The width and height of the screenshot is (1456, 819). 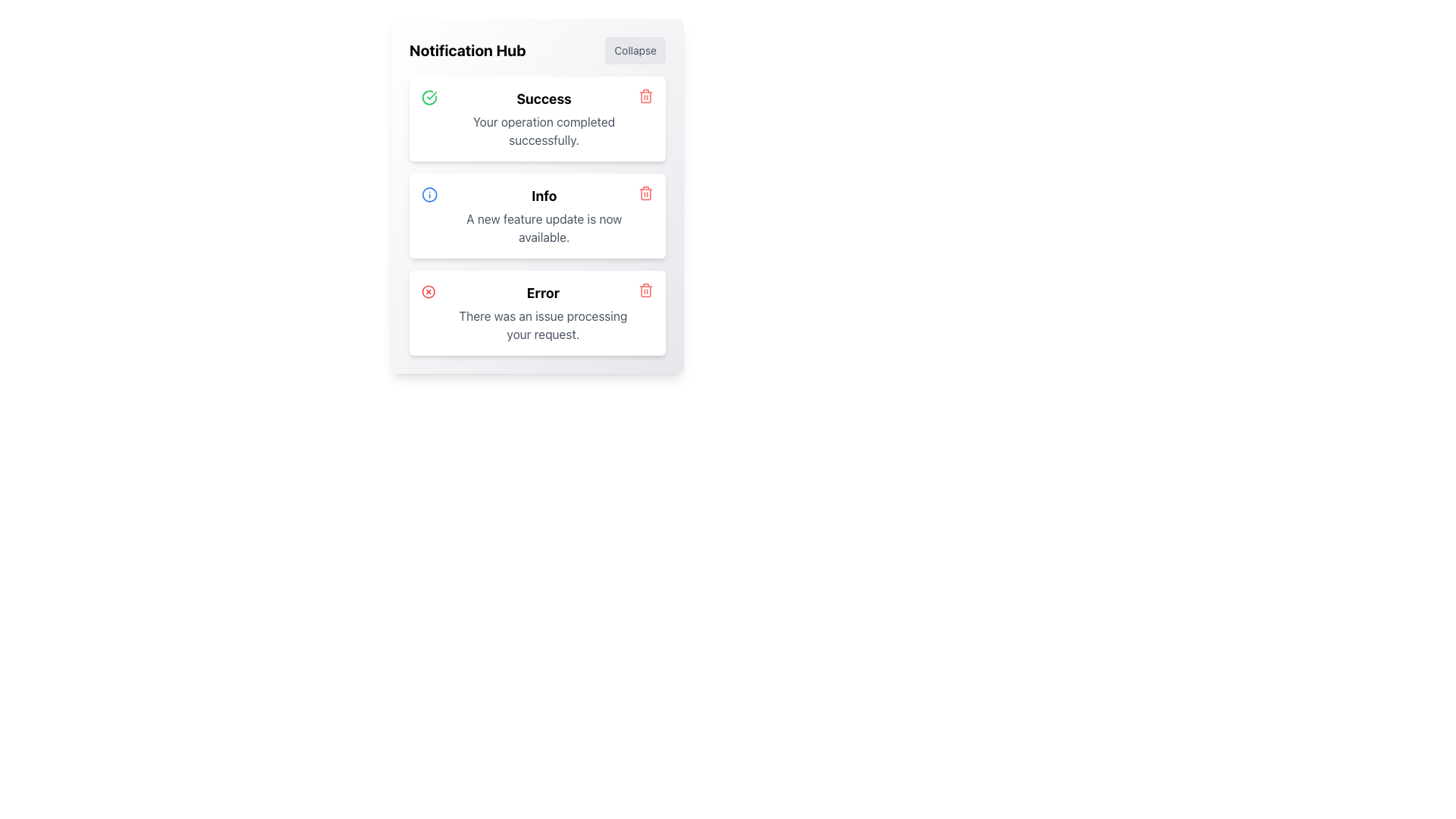 I want to click on the circular red outlined graphical element within the 'Error' notification card to initiate an action, so click(x=428, y=292).